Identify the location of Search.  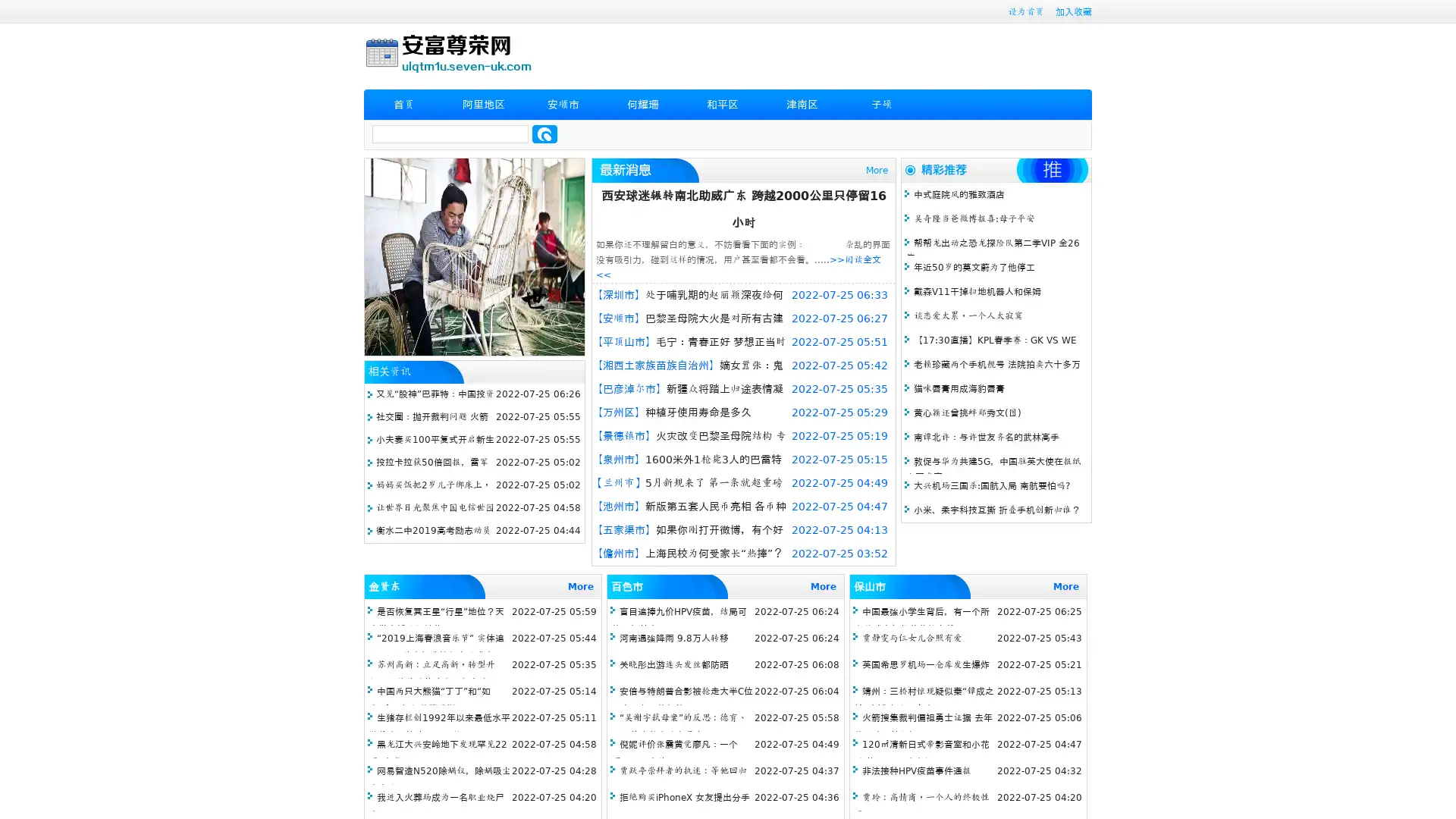
(544, 133).